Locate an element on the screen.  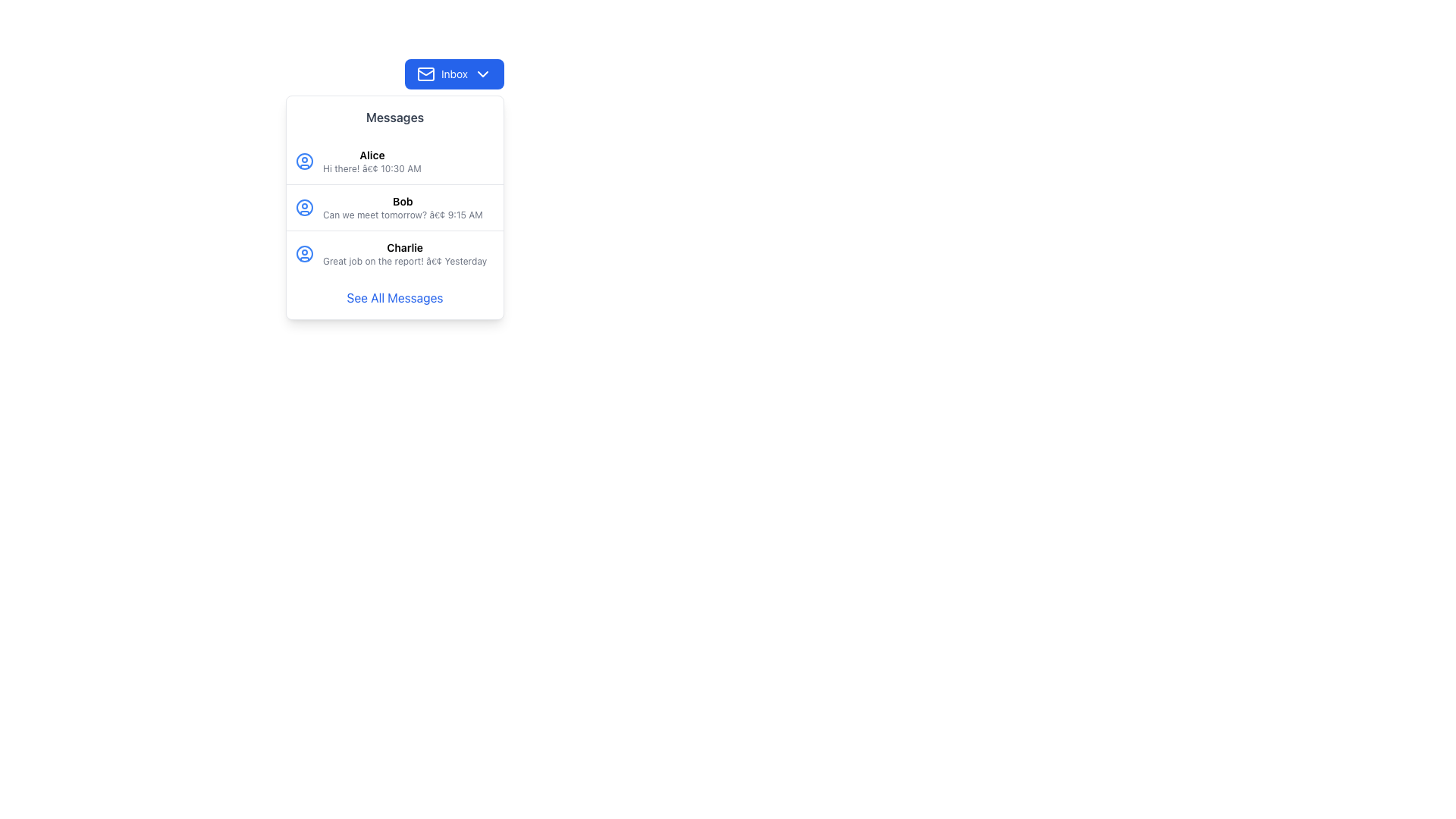
the downward-facing chevron icon, which is styled in white and positioned to the right of the 'Inbox' label inside a blue button is located at coordinates (482, 74).